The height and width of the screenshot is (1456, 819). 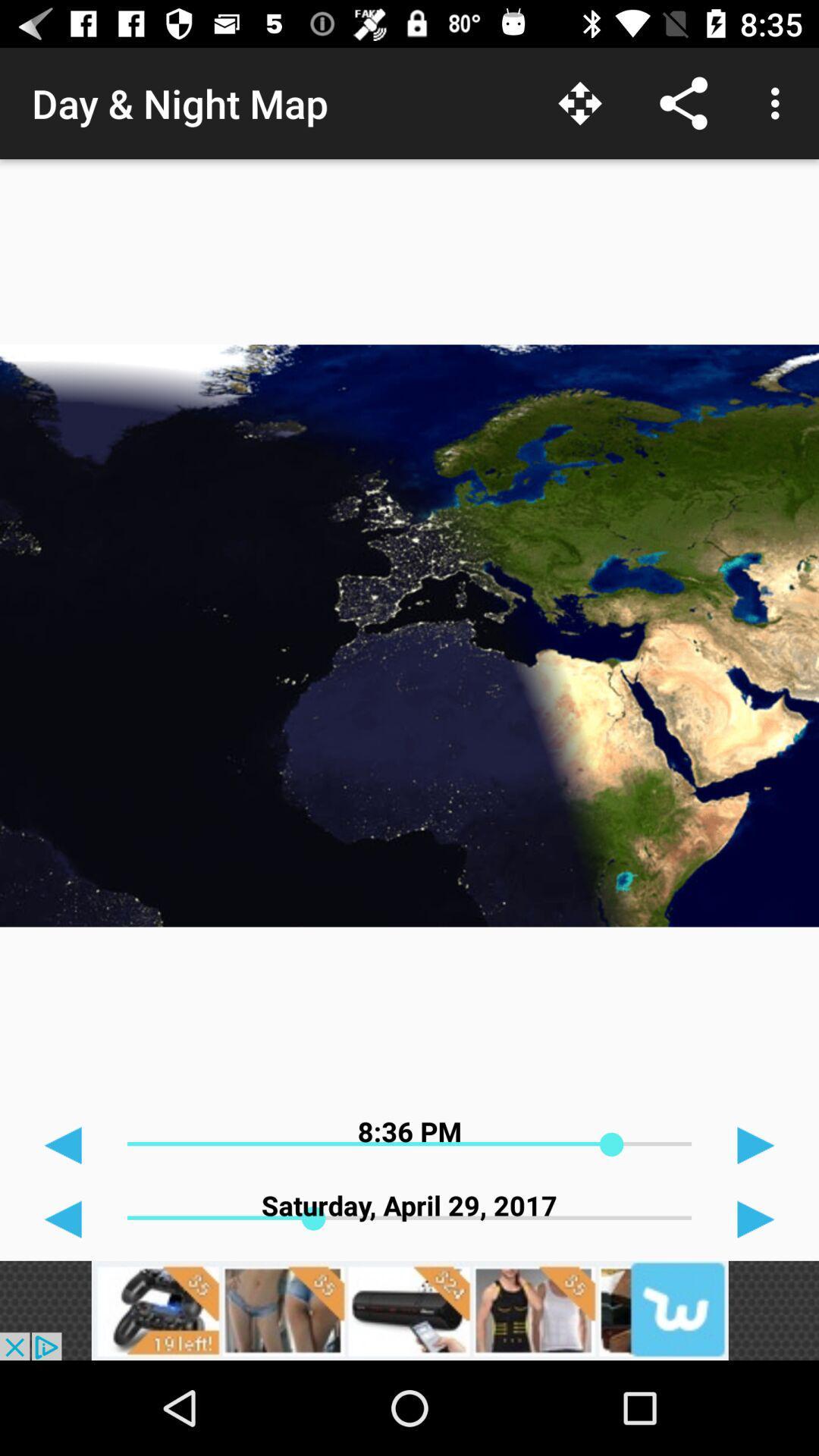 I want to click on the arrow_backward icon, so click(x=63, y=1144).